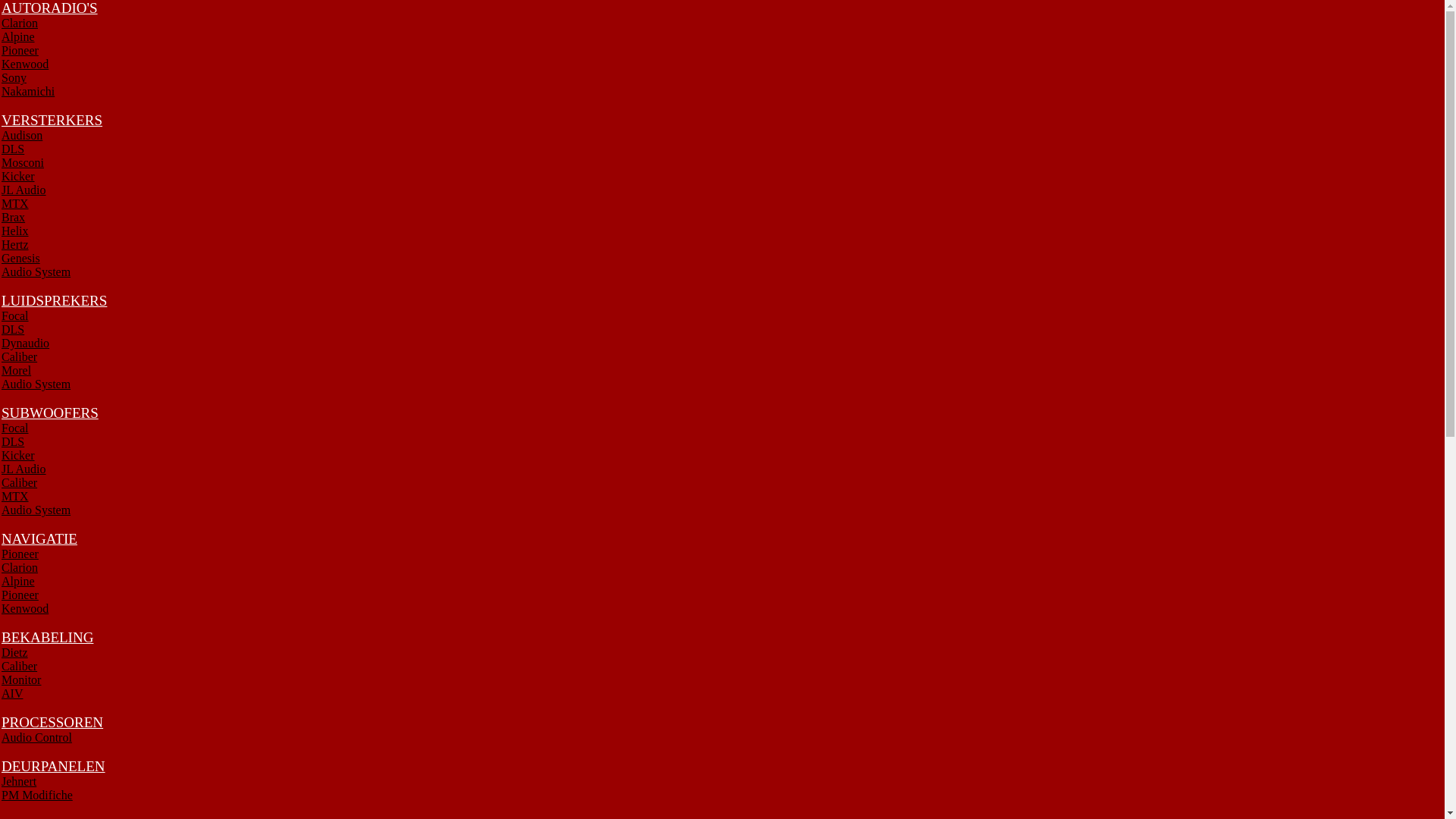  I want to click on 'Caliber', so click(19, 356).